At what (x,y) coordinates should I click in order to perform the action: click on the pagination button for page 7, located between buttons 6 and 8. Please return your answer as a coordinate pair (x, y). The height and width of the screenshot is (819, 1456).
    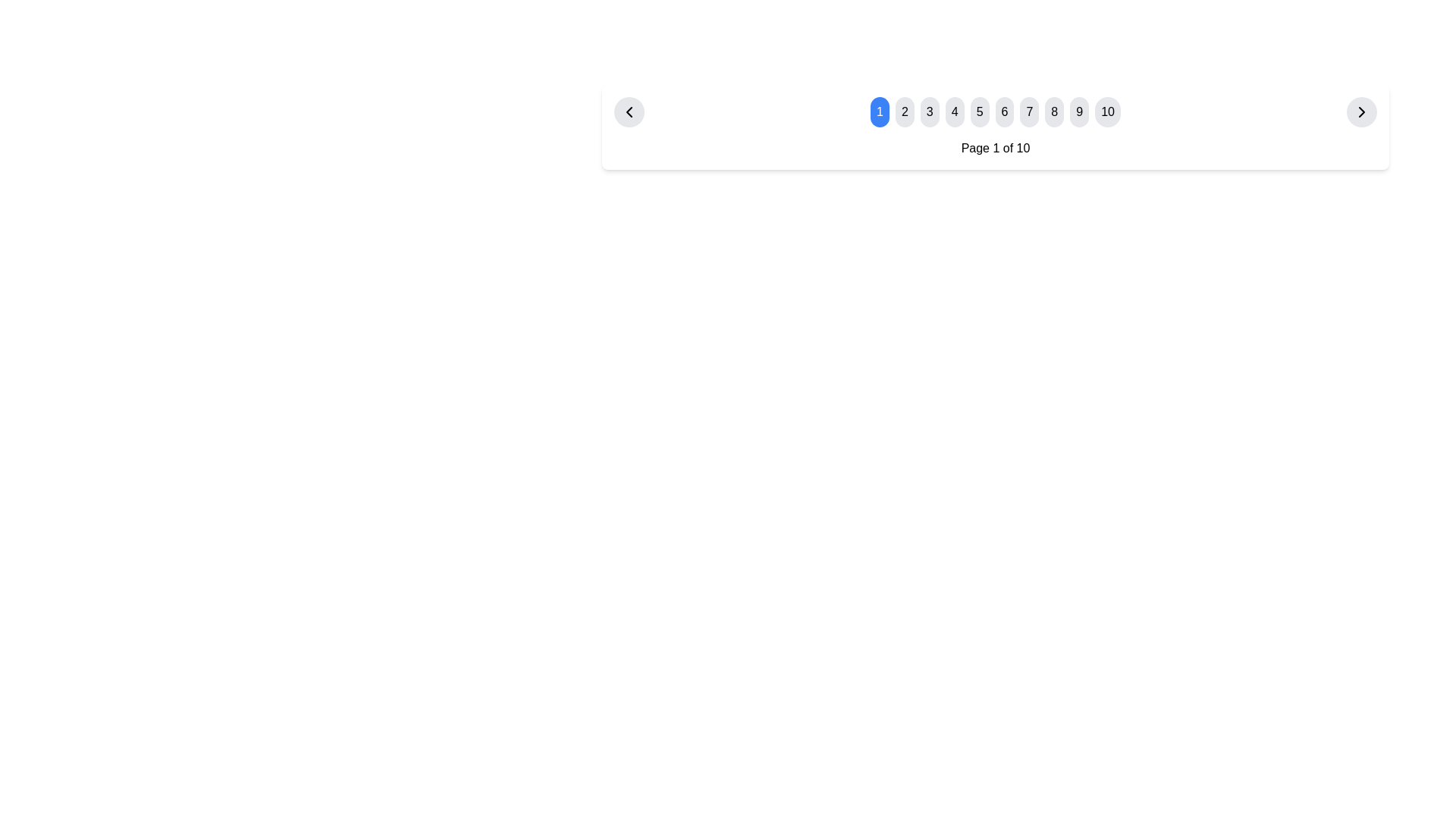
    Looking at the image, I should click on (1029, 111).